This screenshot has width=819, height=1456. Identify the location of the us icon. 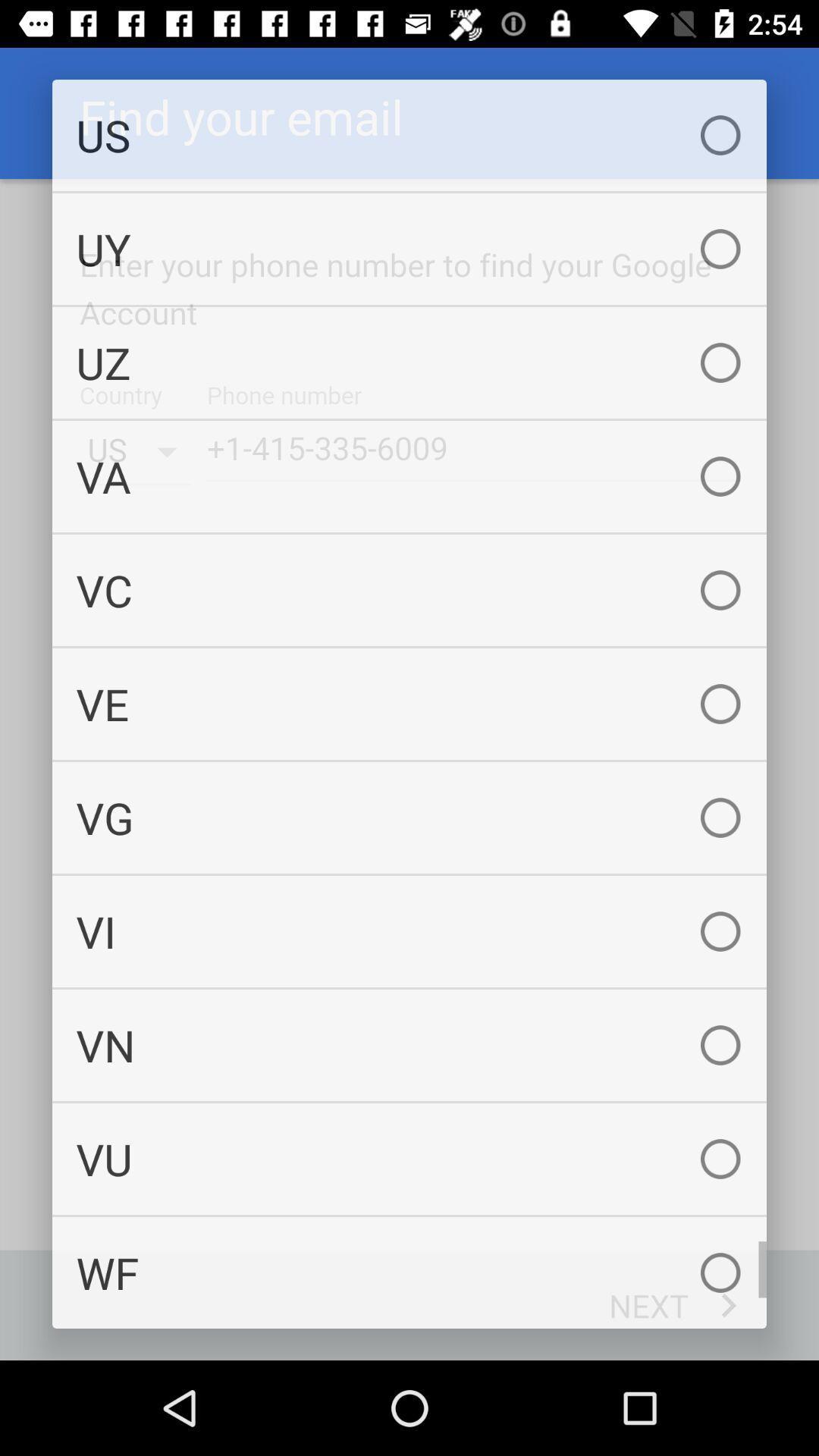
(409, 135).